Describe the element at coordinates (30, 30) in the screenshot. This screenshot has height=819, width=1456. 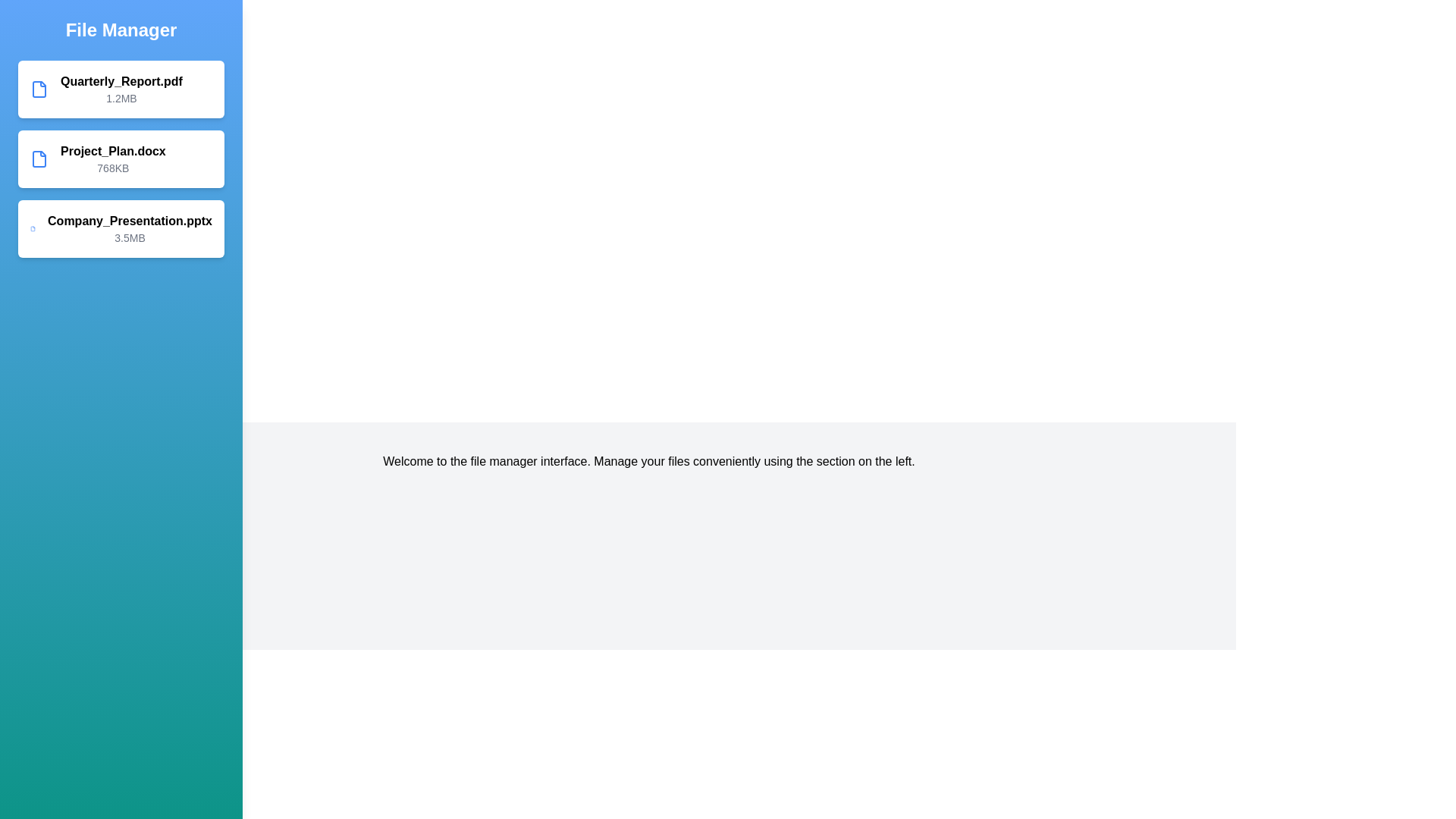
I see `toggle button to change the drawer's visibility` at that location.